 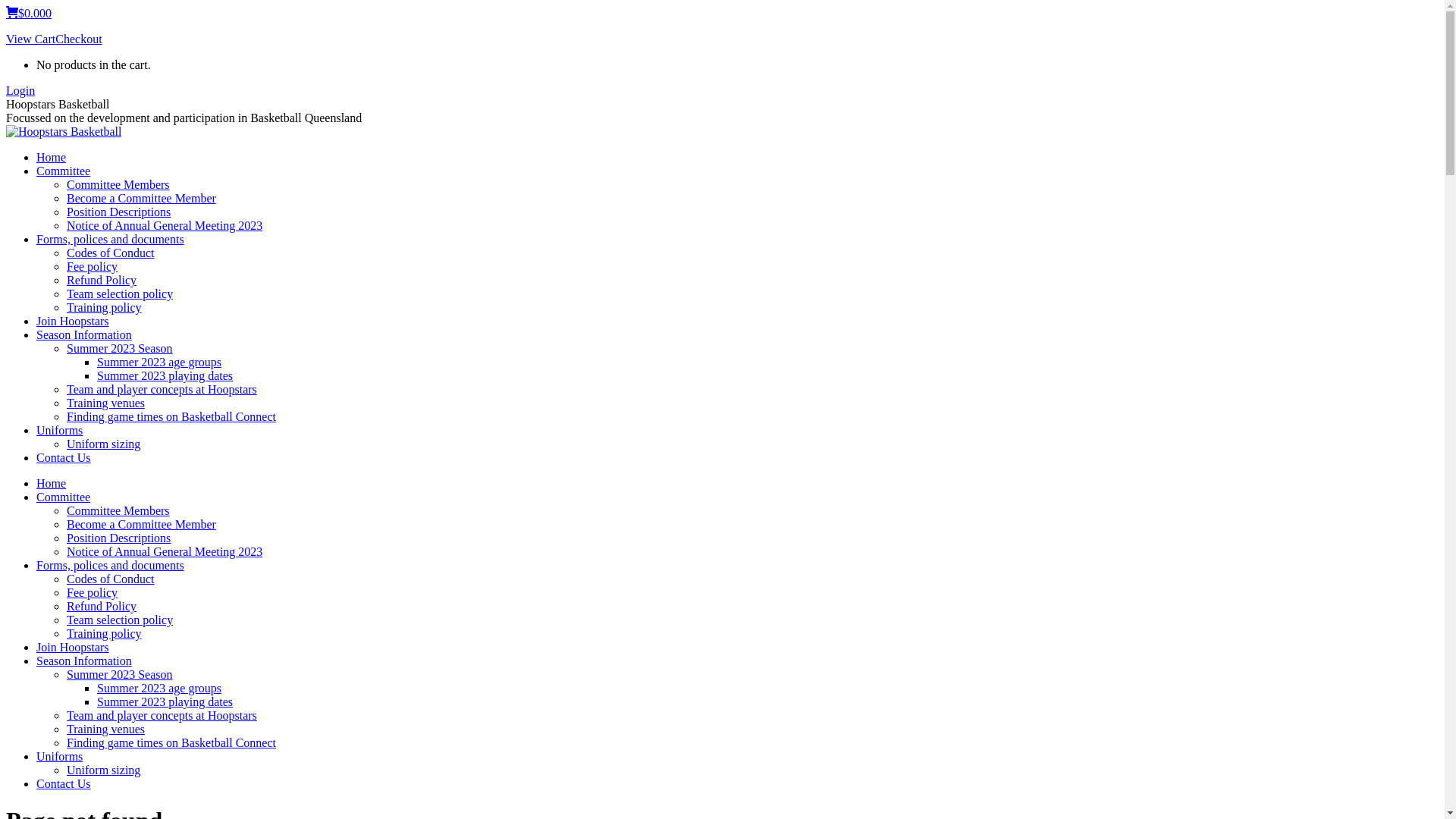 What do you see at coordinates (51, 483) in the screenshot?
I see `'Home'` at bounding box center [51, 483].